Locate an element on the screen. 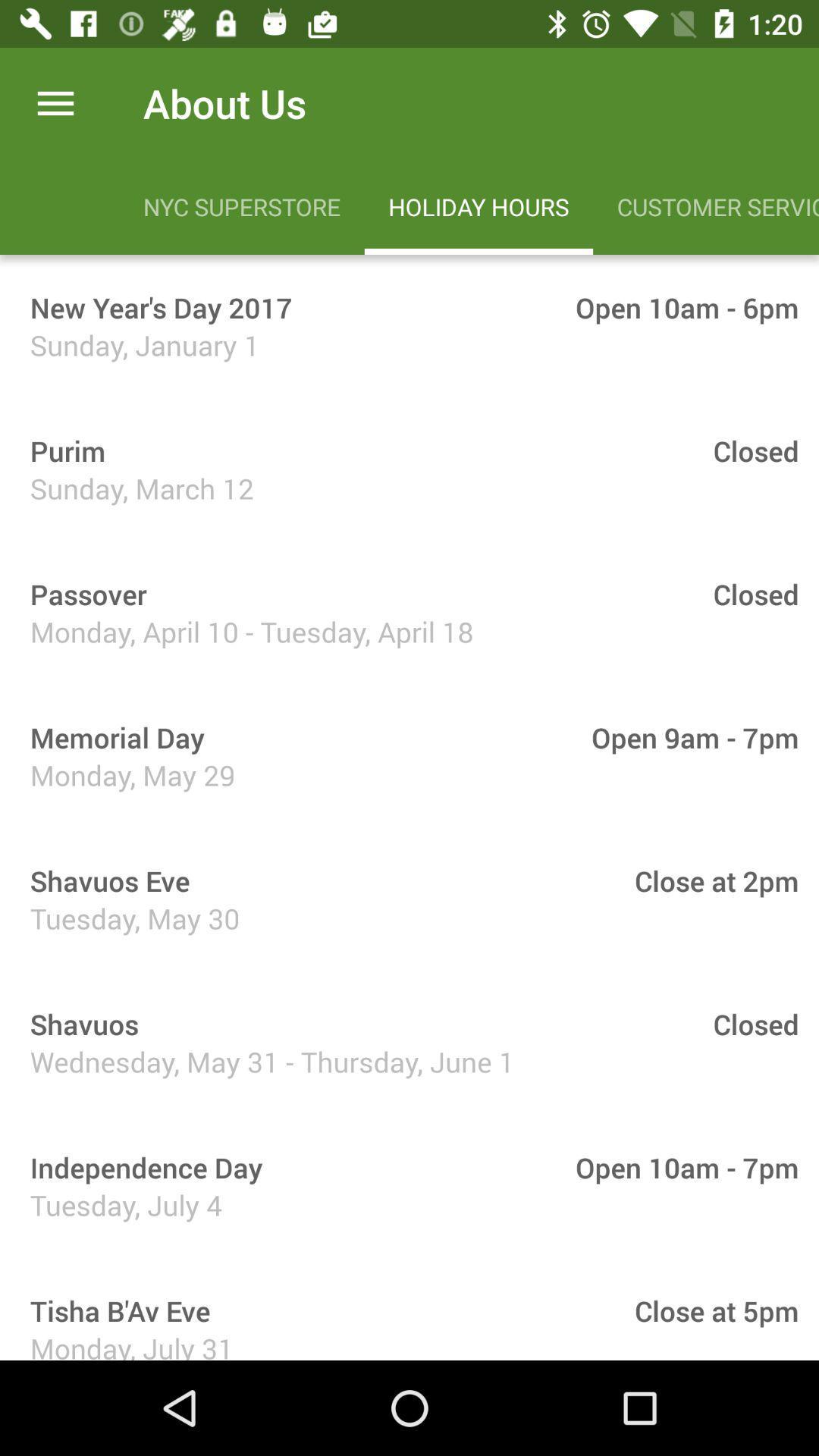 This screenshot has width=819, height=1456. the item to the left of the closed is located at coordinates (61, 450).